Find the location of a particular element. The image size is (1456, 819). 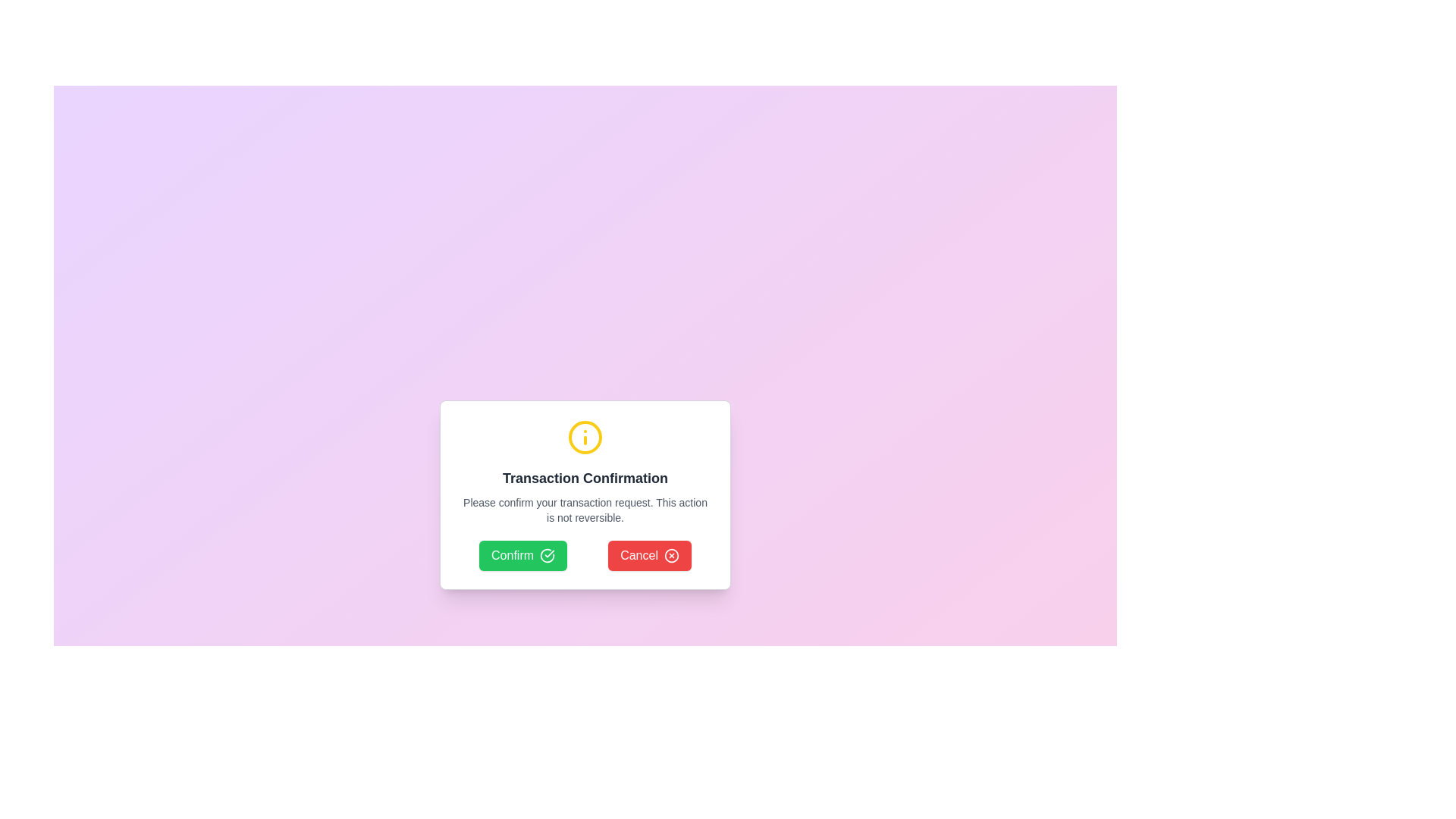

the 'Confirm' button is located at coordinates (523, 555).